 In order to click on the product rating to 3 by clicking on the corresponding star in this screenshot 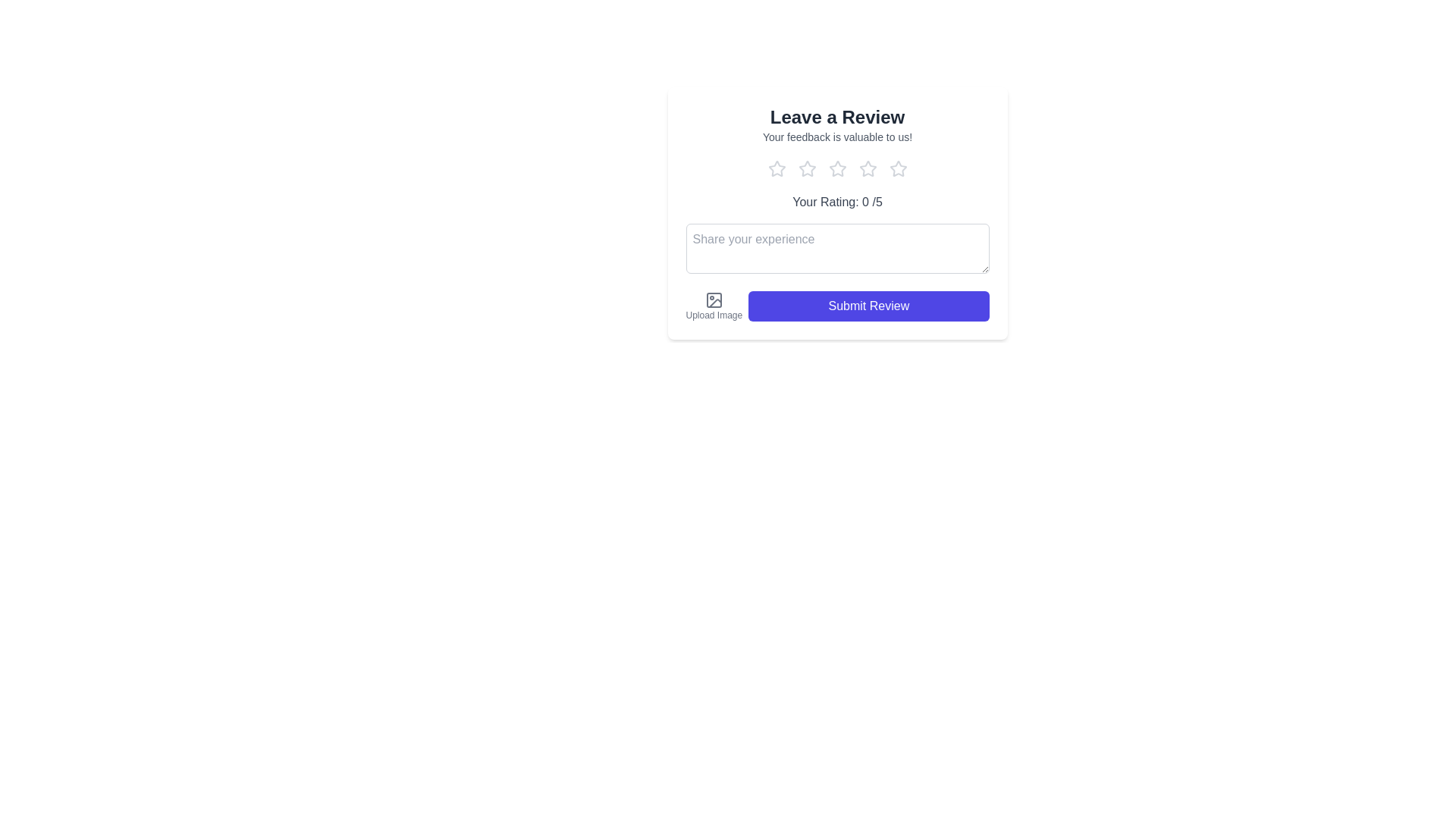, I will do `click(836, 169)`.